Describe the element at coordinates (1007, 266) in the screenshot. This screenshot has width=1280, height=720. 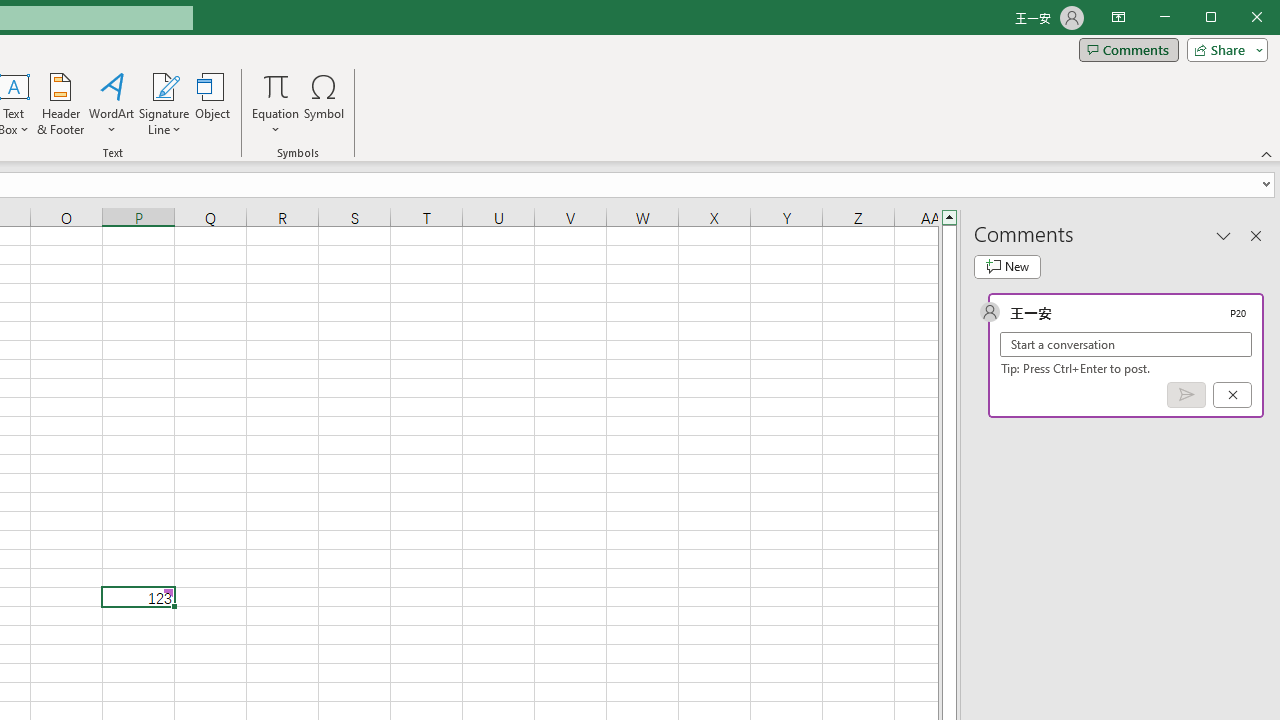
I see `'New comment'` at that location.